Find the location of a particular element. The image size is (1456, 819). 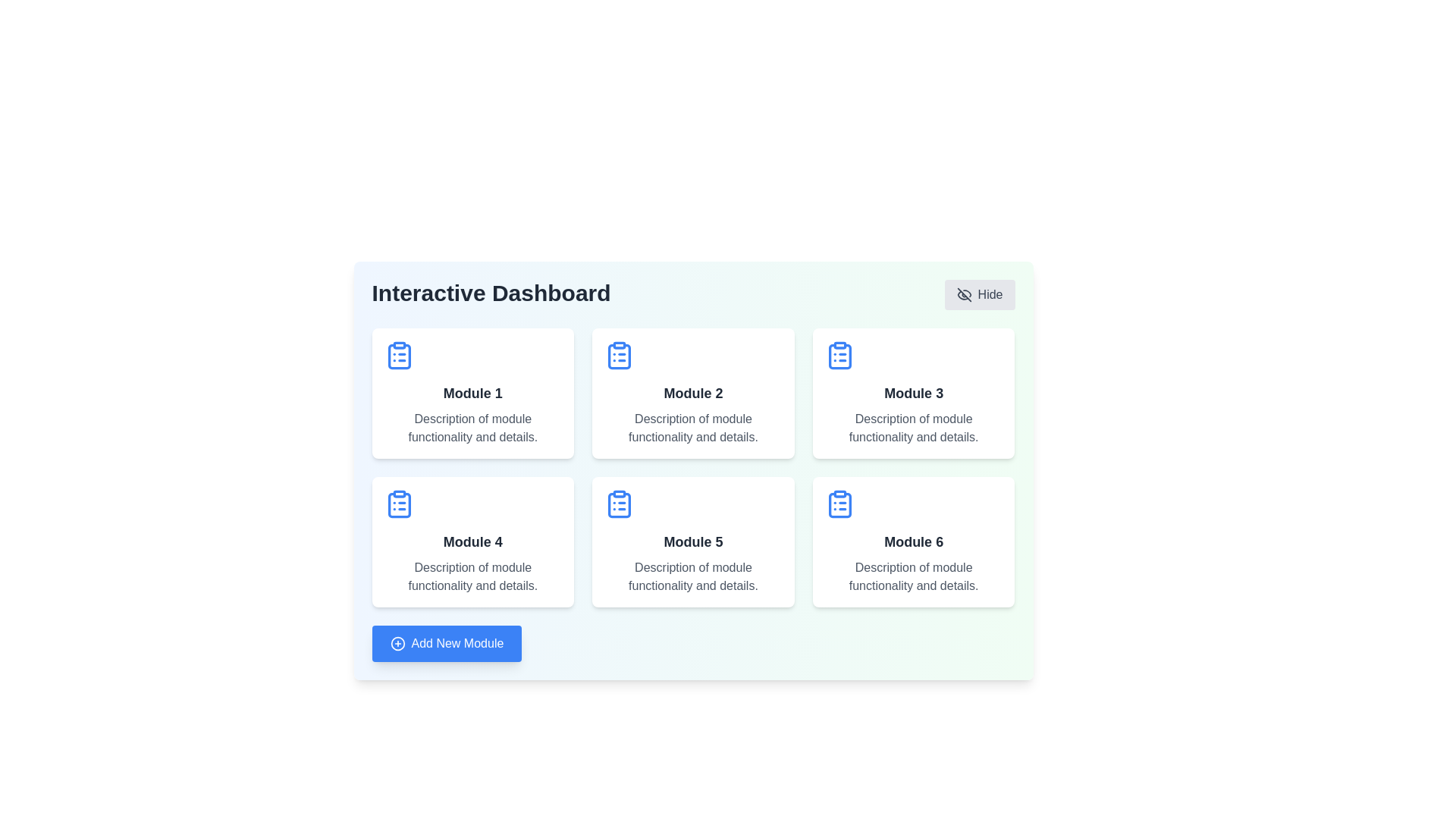

the rectangular button with rounded corners, blue background, white text 'Add New Module', and a plus icon is located at coordinates (446, 643).